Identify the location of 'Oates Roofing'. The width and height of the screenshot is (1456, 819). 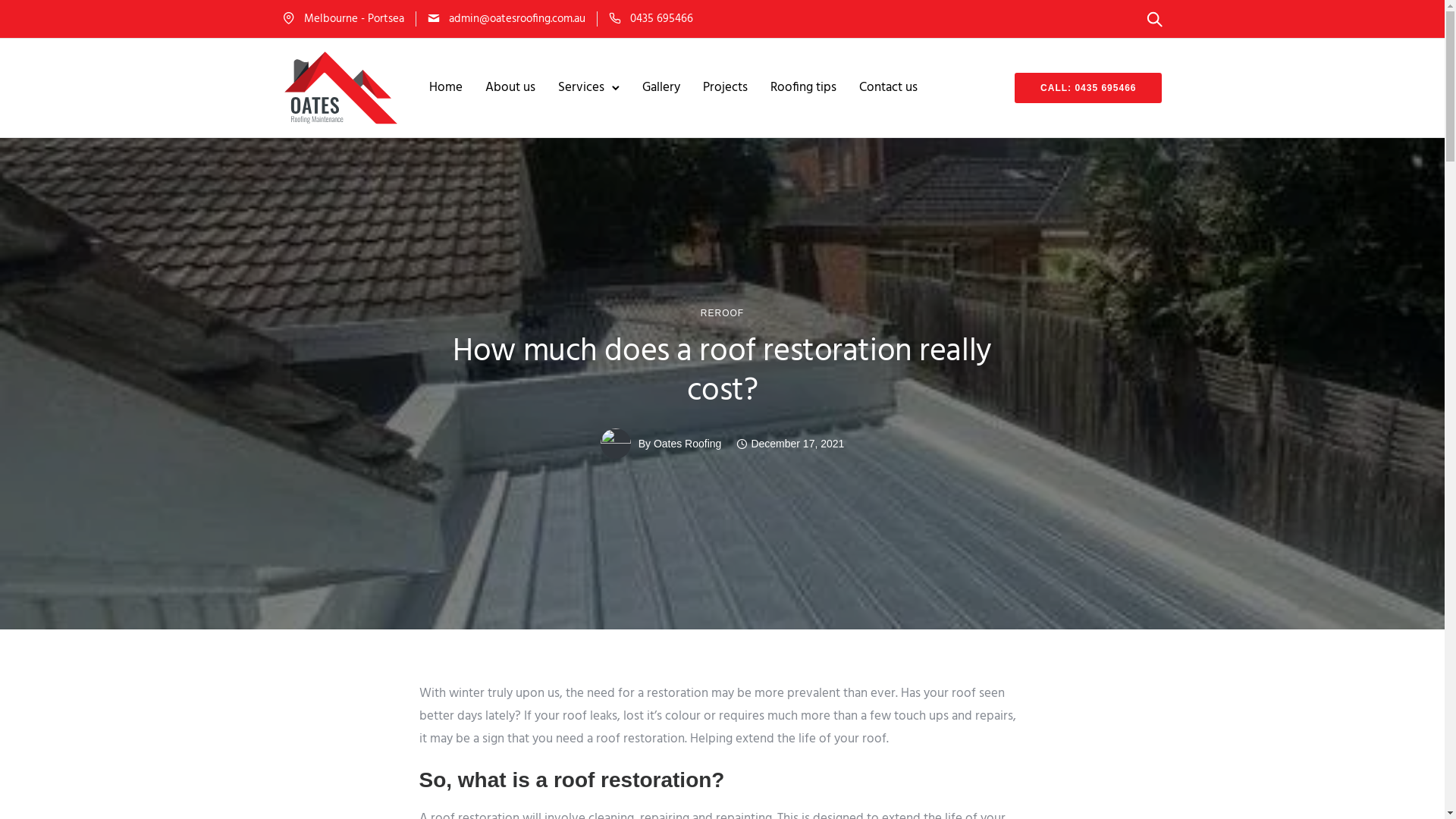
(687, 444).